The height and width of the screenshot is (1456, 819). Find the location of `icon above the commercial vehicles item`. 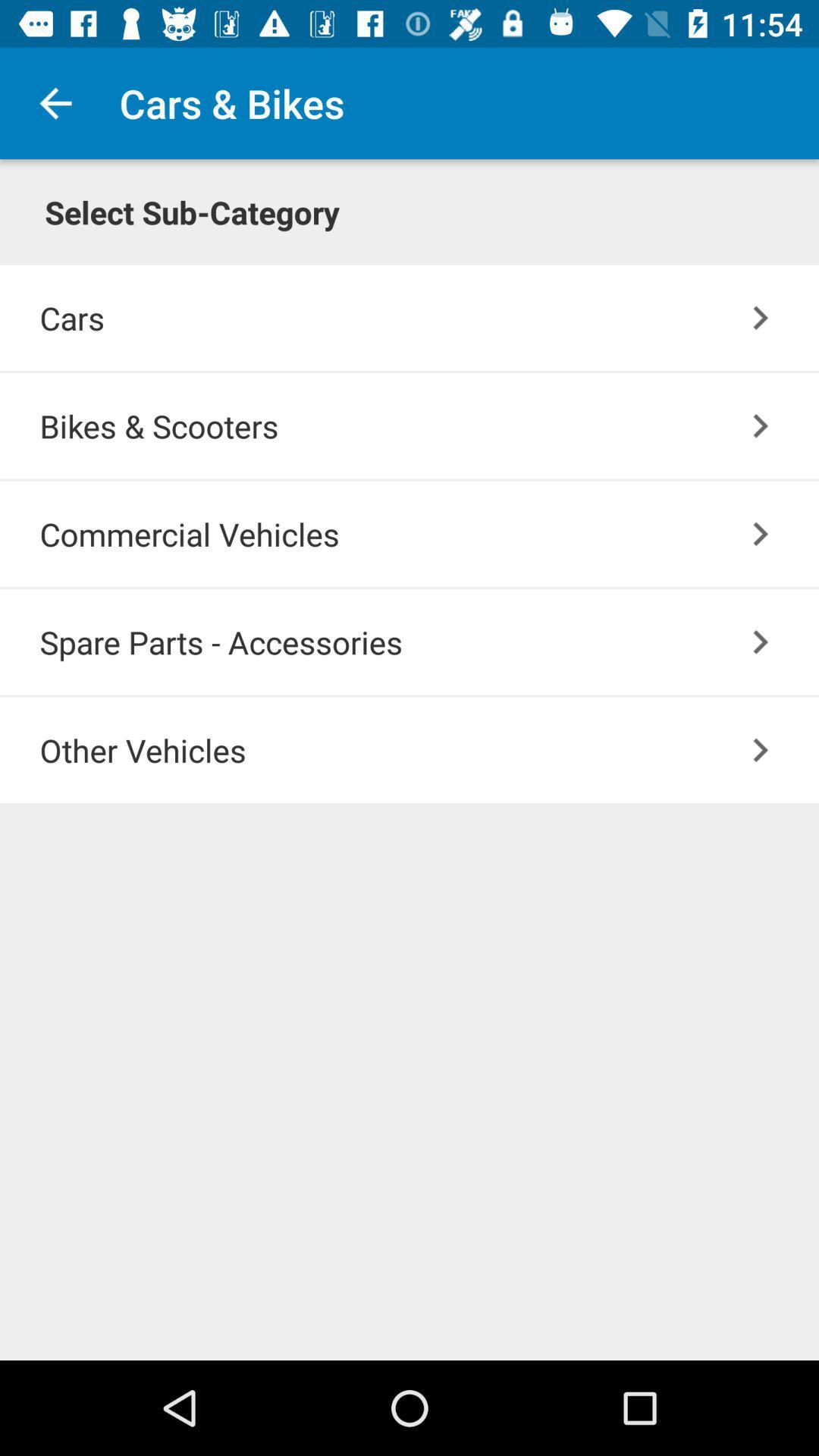

icon above the commercial vehicles item is located at coordinates (429, 425).